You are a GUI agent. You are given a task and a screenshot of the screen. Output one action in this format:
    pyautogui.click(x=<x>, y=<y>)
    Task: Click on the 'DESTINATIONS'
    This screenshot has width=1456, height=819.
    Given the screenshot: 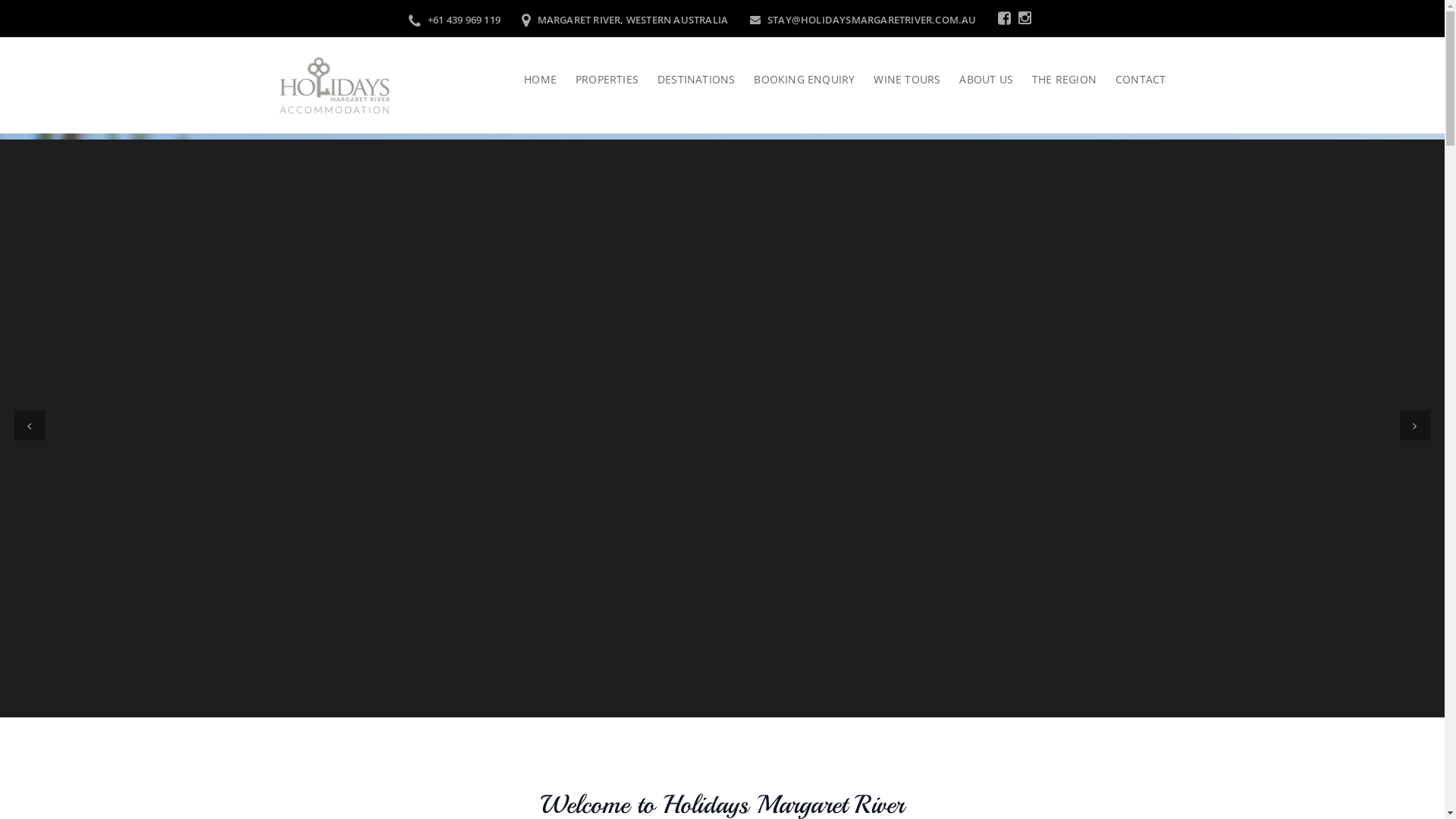 What is the action you would take?
    pyautogui.click(x=638, y=79)
    